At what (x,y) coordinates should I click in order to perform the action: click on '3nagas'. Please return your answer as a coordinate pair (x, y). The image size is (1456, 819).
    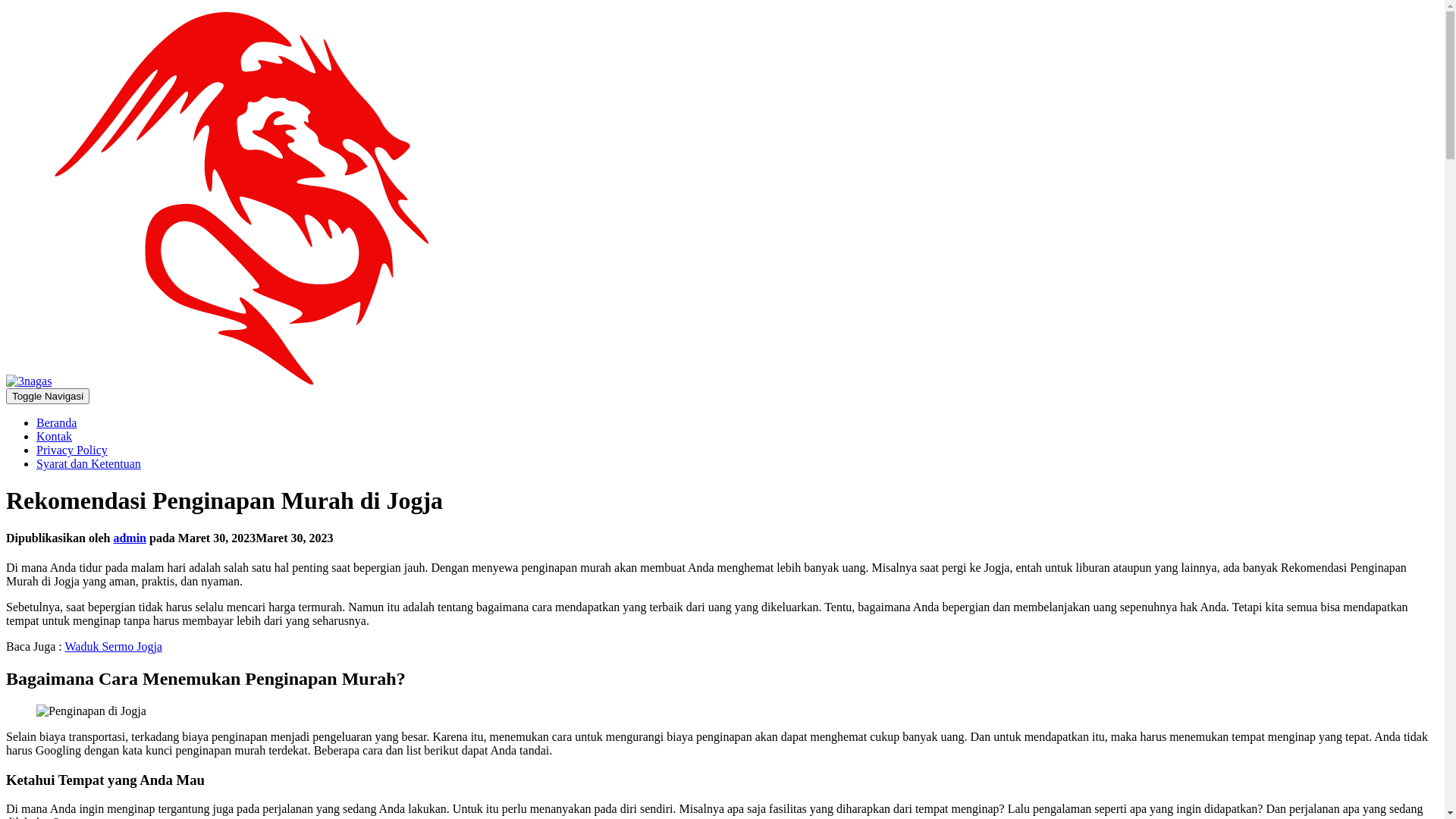
    Looking at the image, I should click on (6, 380).